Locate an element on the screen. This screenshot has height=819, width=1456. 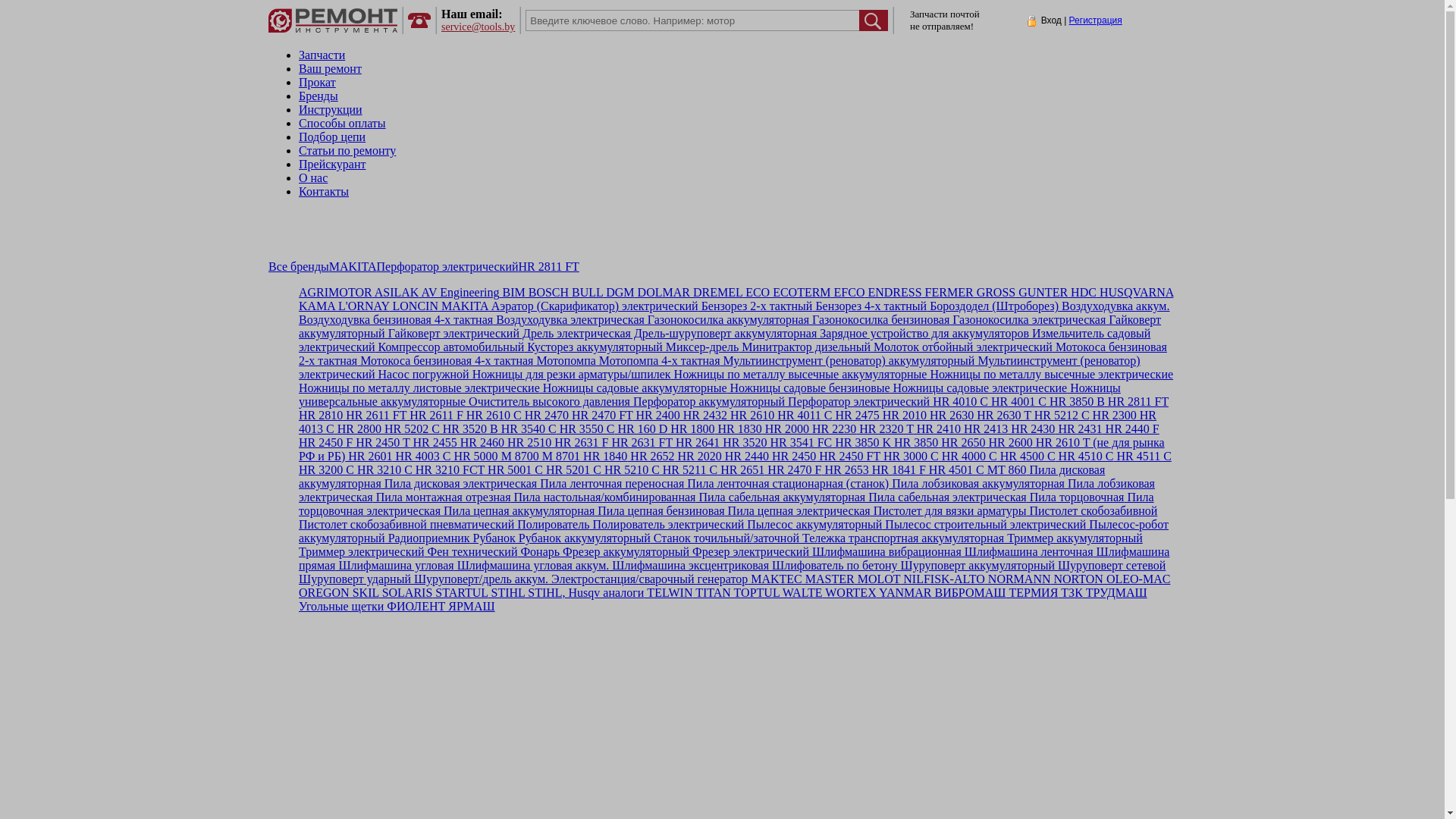
'HR 2320 T' is located at coordinates (855, 428).